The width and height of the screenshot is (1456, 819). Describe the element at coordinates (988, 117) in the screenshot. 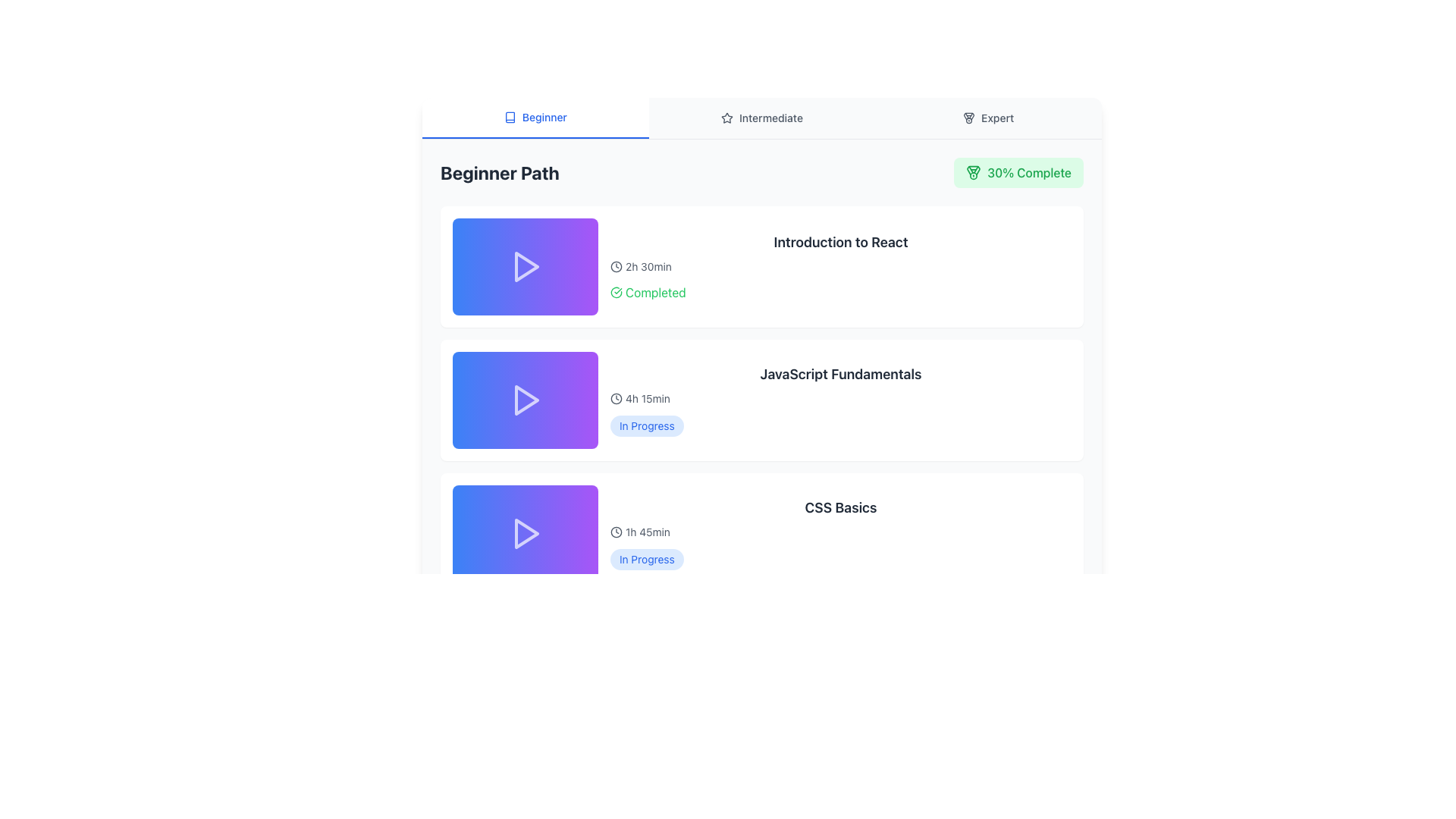

I see `the 'Expert' button, the third button in a sequence of three labeled 'Beginner', 'Intermediate', and 'Expert'` at that location.